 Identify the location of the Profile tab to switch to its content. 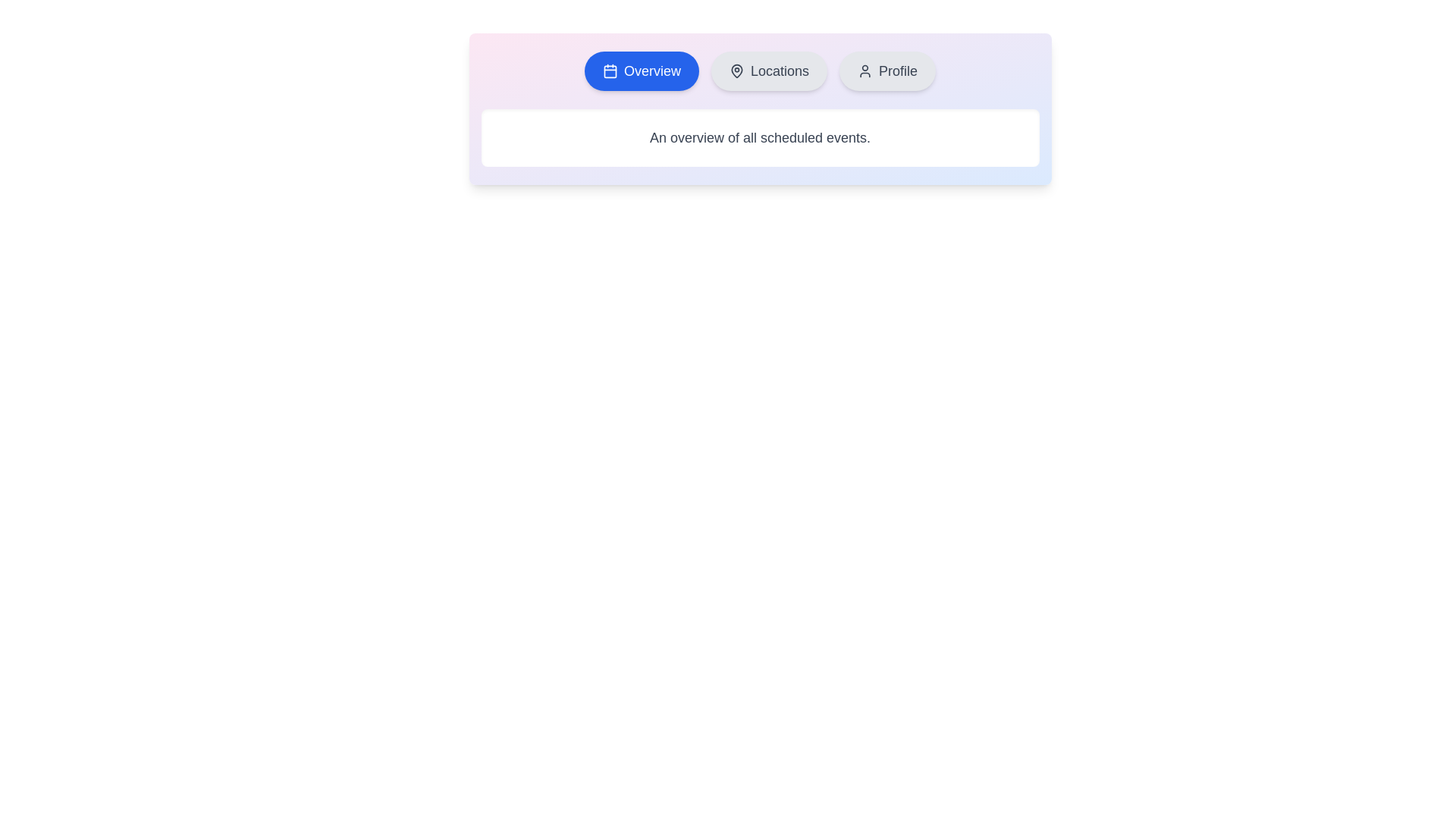
(887, 71).